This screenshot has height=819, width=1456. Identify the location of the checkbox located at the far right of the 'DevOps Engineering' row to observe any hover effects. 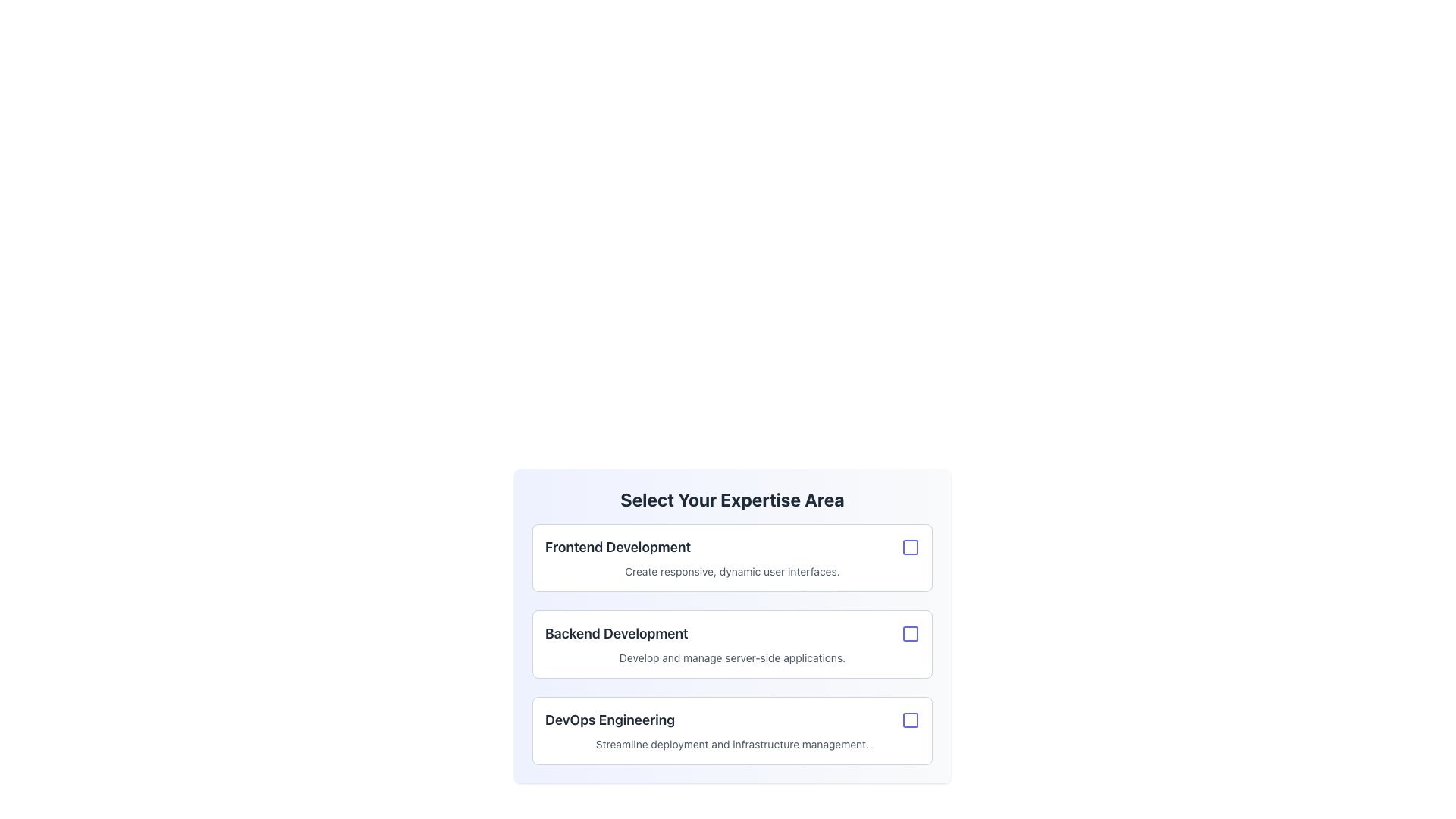
(910, 719).